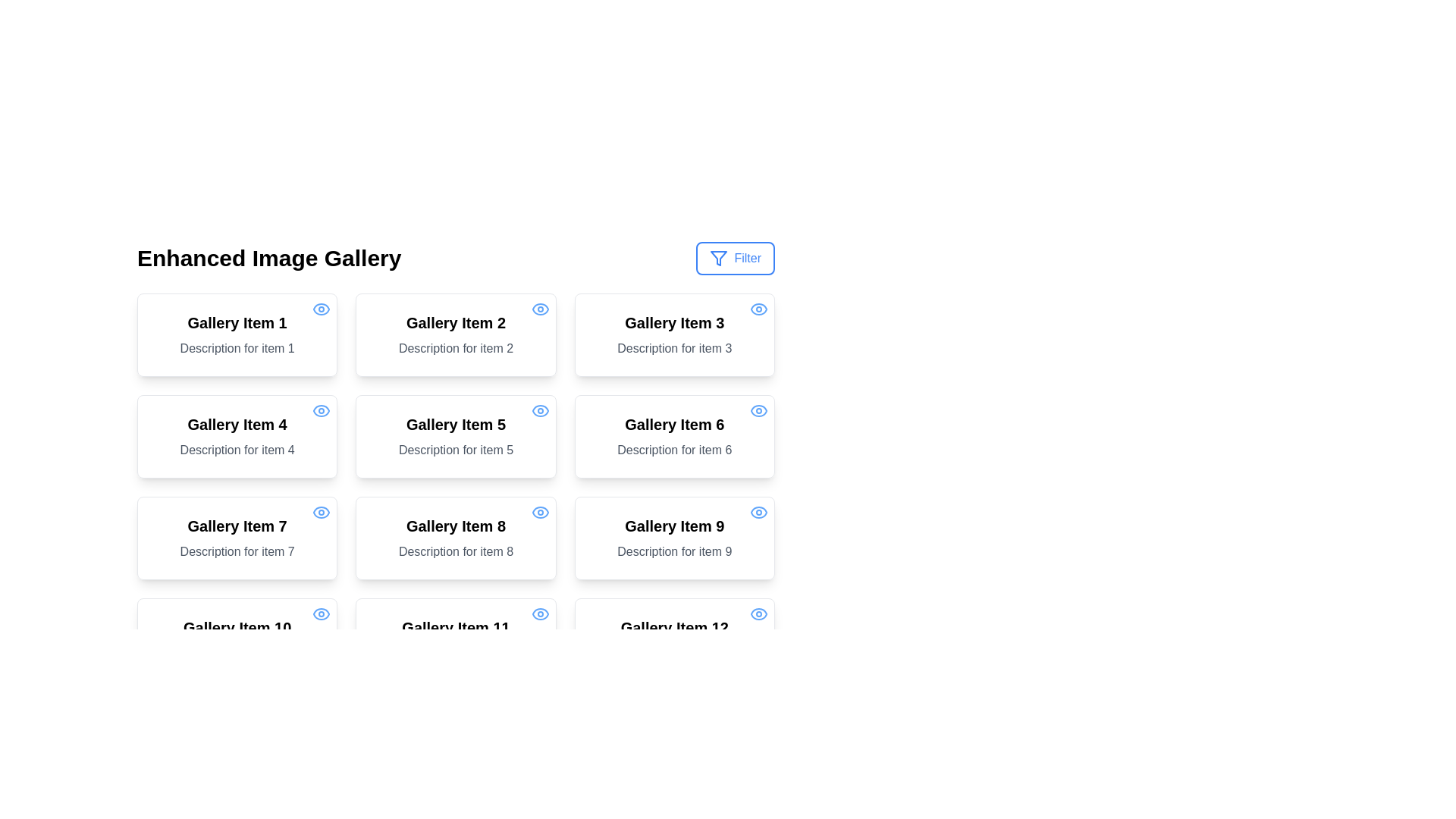 This screenshot has width=1456, height=819. Describe the element at coordinates (320, 411) in the screenshot. I see `the blue eye-shaped icon located in the top-right corner of the 'Gallery Item 4' card` at that location.